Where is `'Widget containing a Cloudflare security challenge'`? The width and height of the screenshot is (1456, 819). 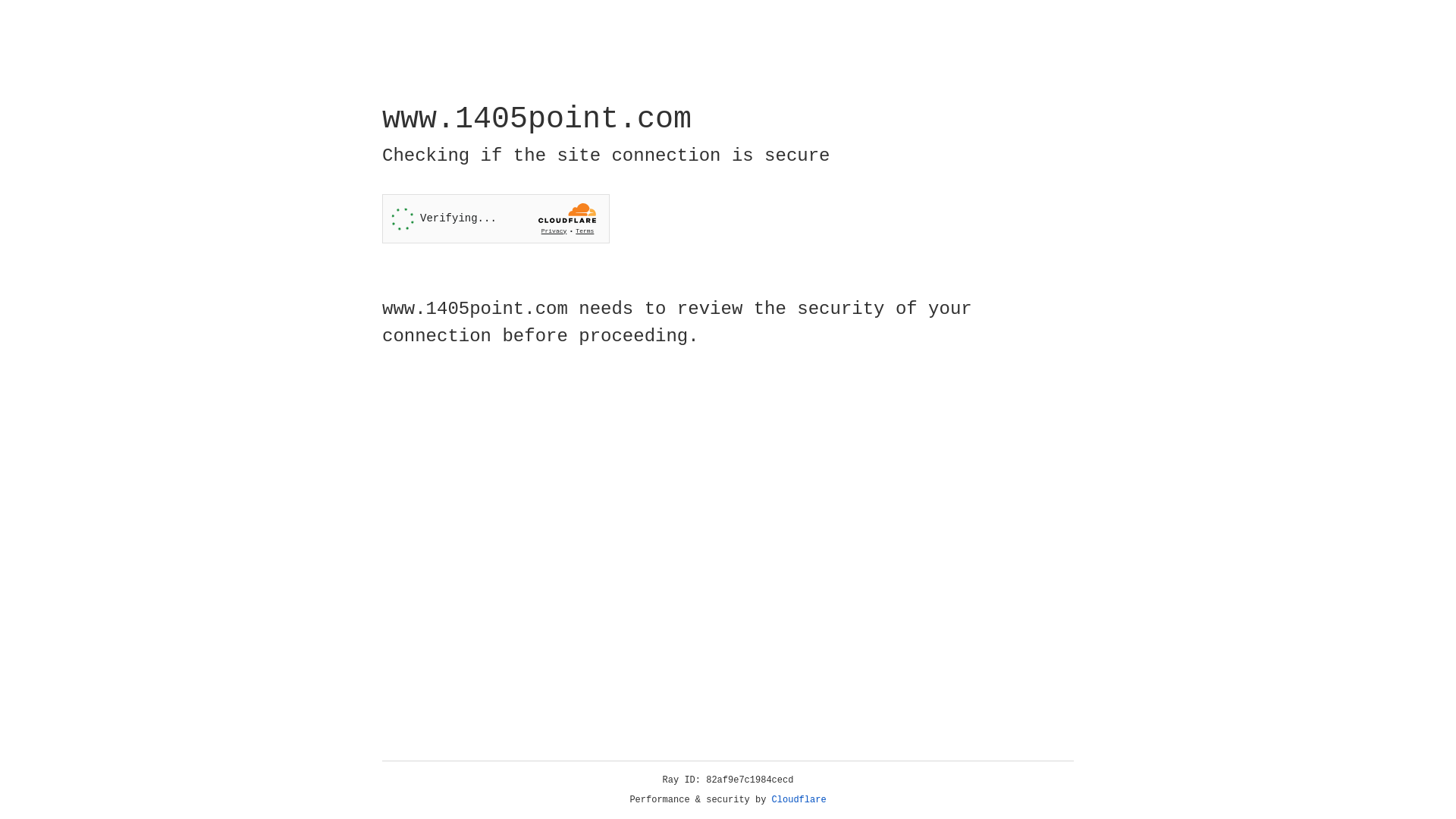 'Widget containing a Cloudflare security challenge' is located at coordinates (495, 218).